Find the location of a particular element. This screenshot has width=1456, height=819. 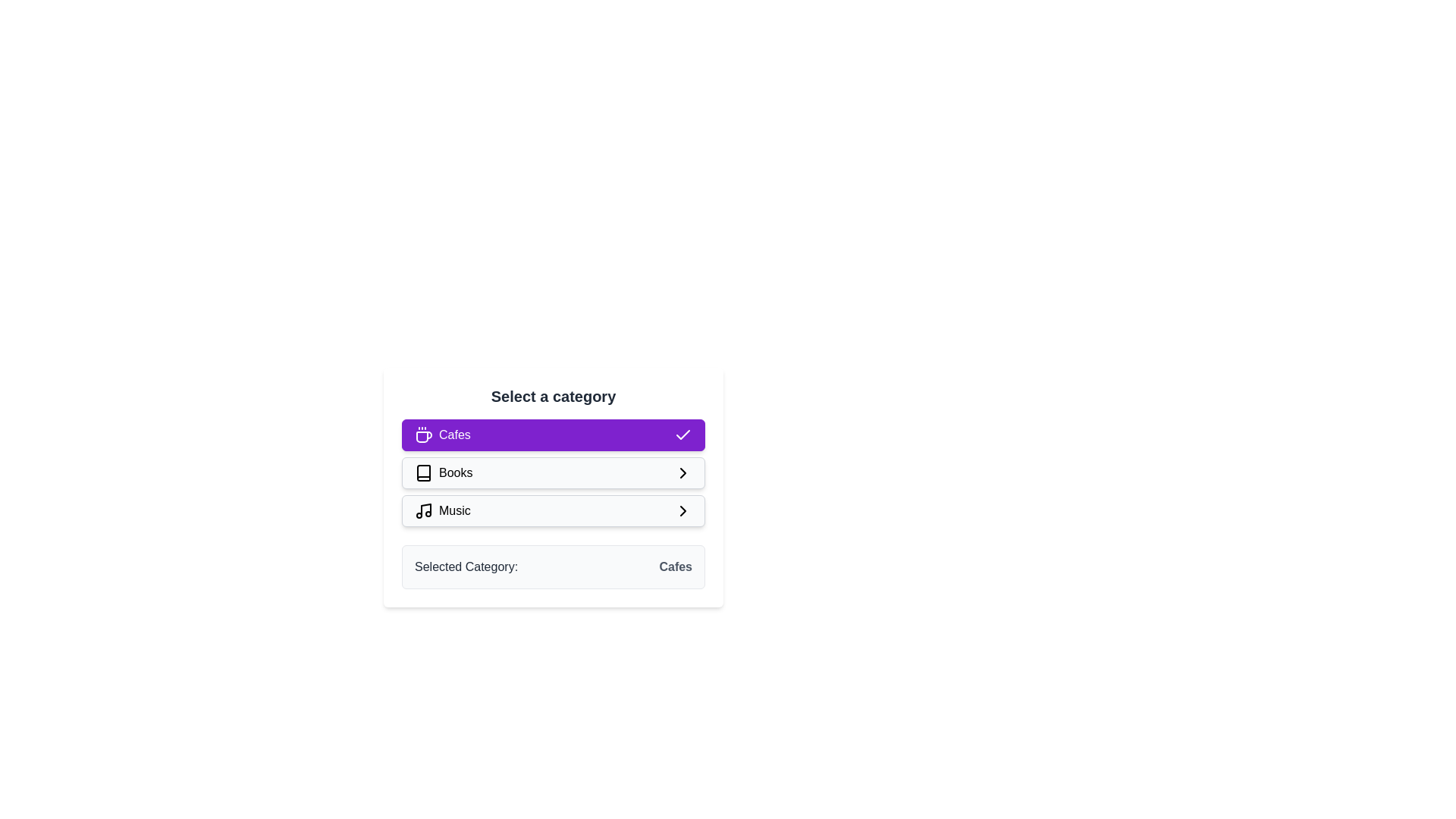

the right-facing chevron icon located to the right of the 'Books' option in the interactive list interface is located at coordinates (682, 472).